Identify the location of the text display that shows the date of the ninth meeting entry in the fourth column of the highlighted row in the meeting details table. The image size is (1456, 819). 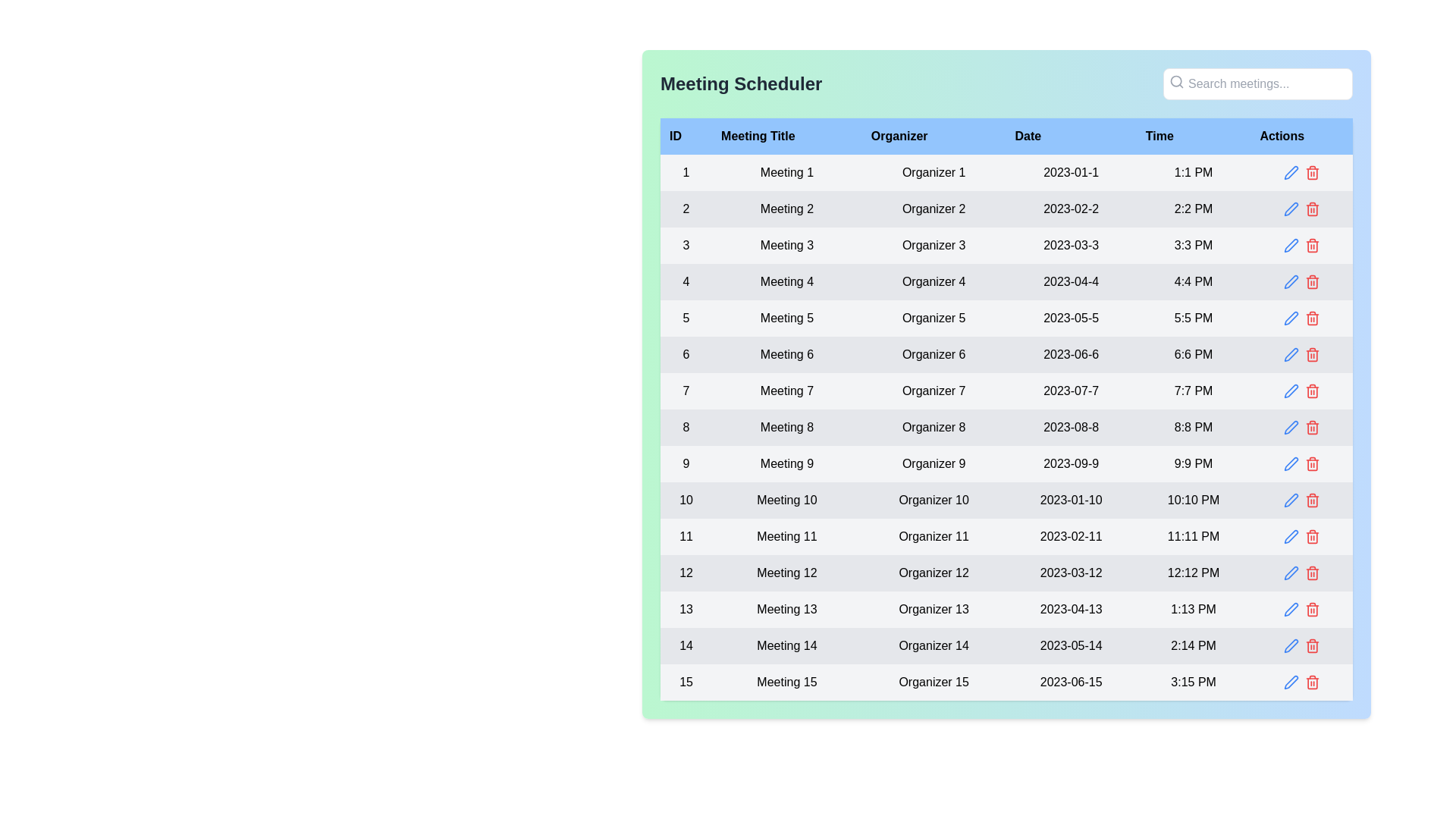
(1070, 463).